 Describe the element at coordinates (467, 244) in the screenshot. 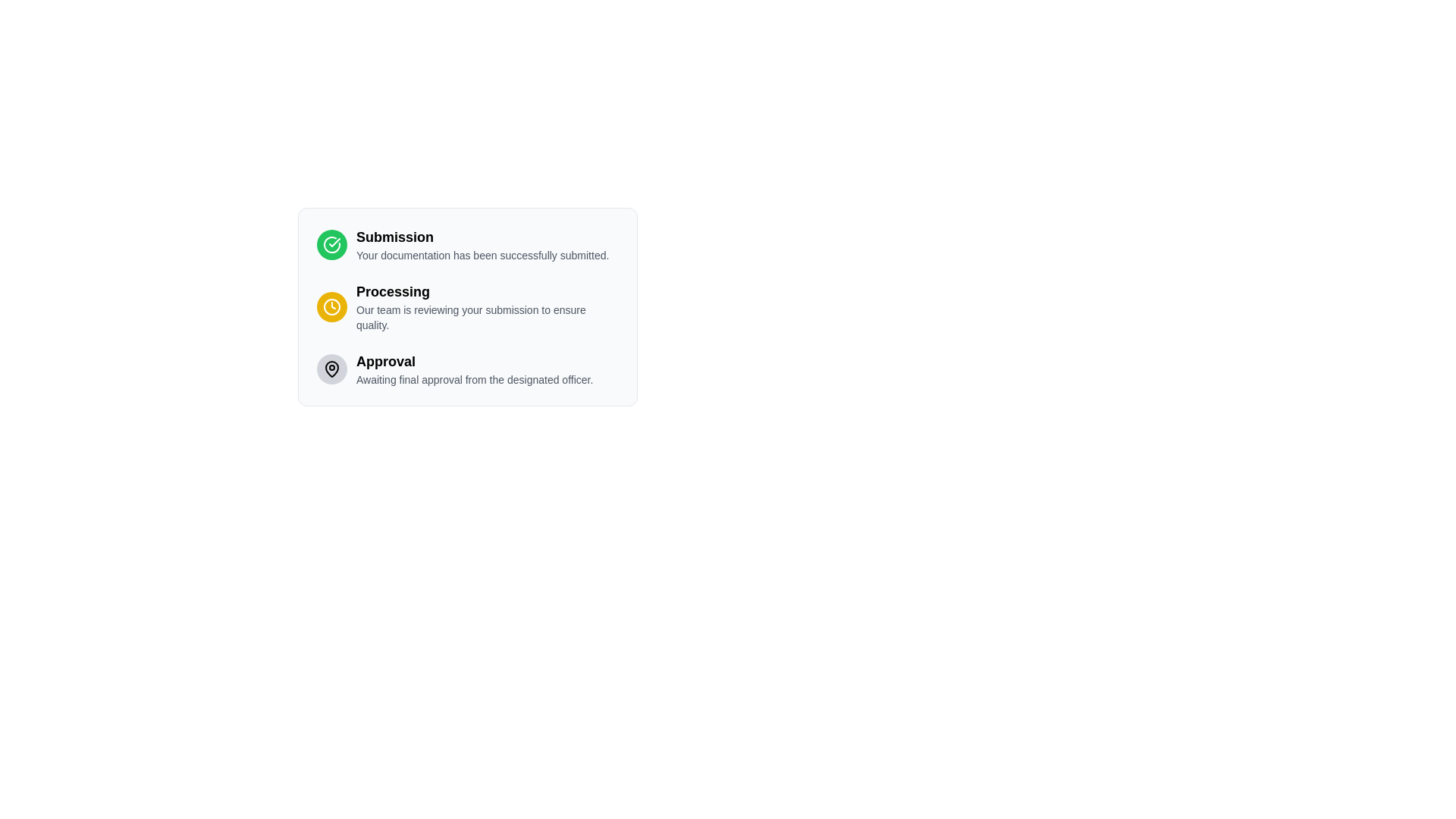

I see `success message displayed by the text with a green circular icon containing a white checkmark, indicating that the documentation has been successfully submitted` at that location.